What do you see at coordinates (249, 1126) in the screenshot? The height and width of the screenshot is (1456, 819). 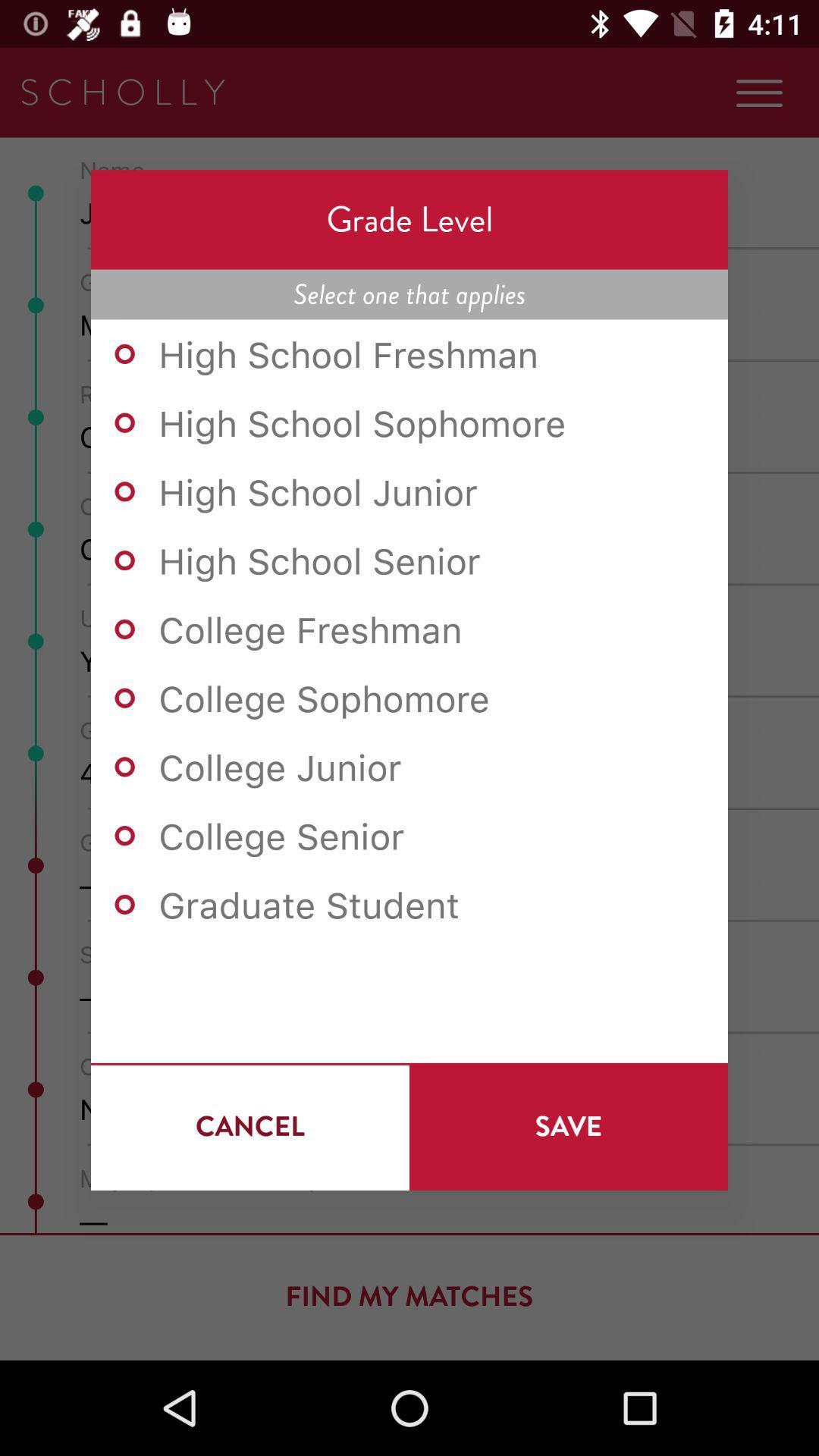 I see `icon to the left of the save` at bounding box center [249, 1126].